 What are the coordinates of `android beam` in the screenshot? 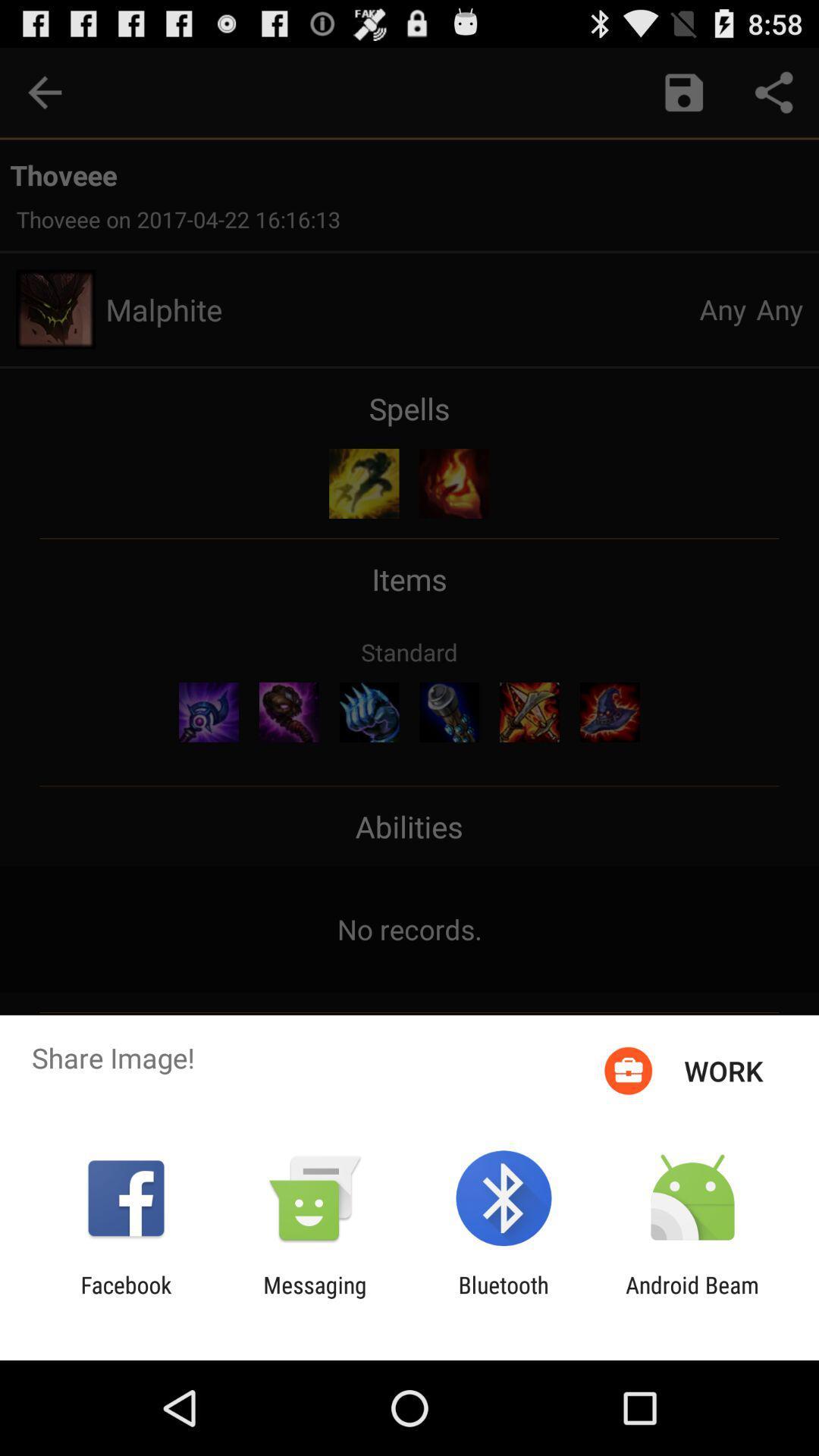 It's located at (692, 1298).